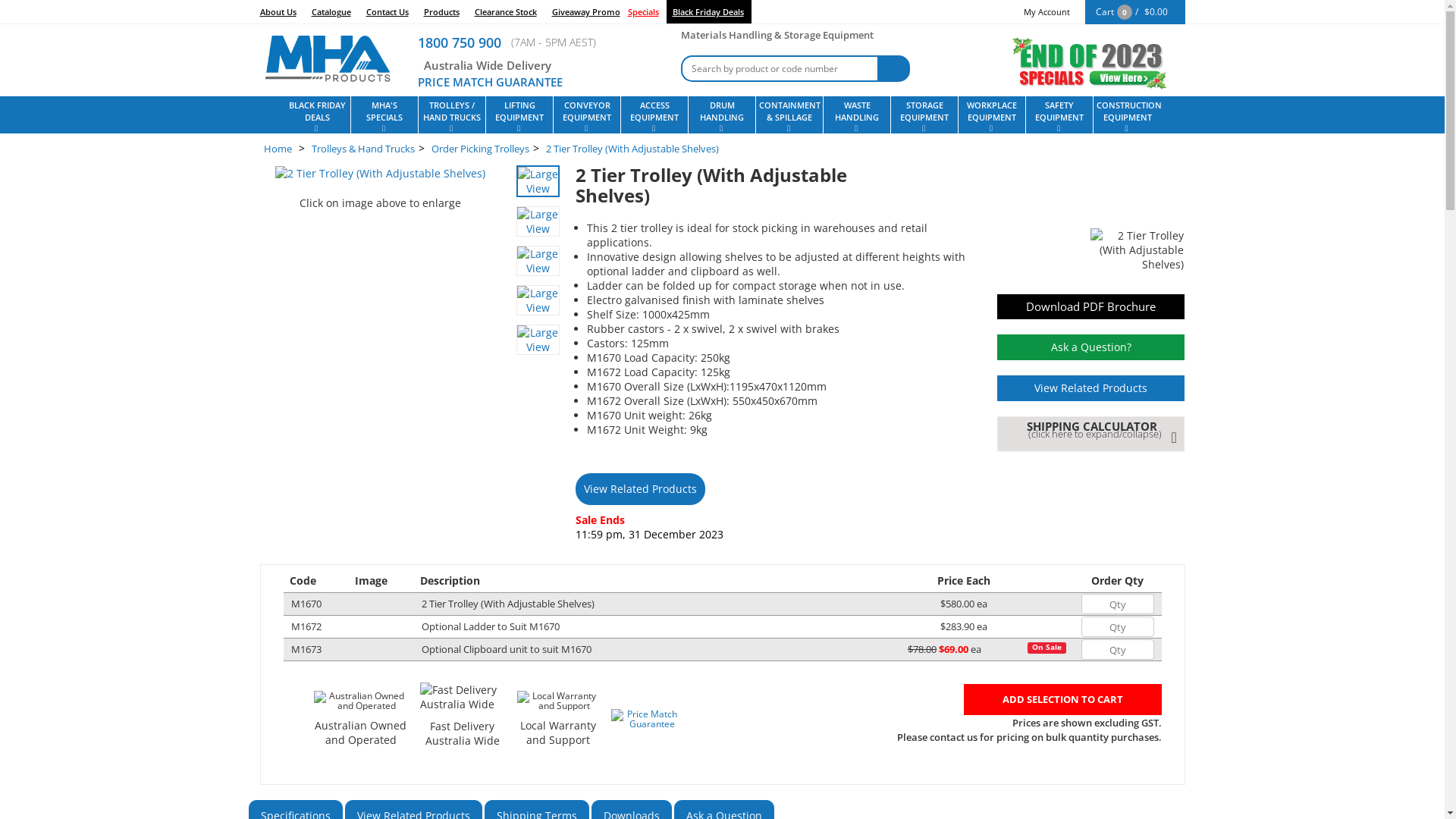 The image size is (1456, 819). Describe the element at coordinates (519, 114) in the screenshot. I see `'LIFTING EQUIPMENT'` at that location.